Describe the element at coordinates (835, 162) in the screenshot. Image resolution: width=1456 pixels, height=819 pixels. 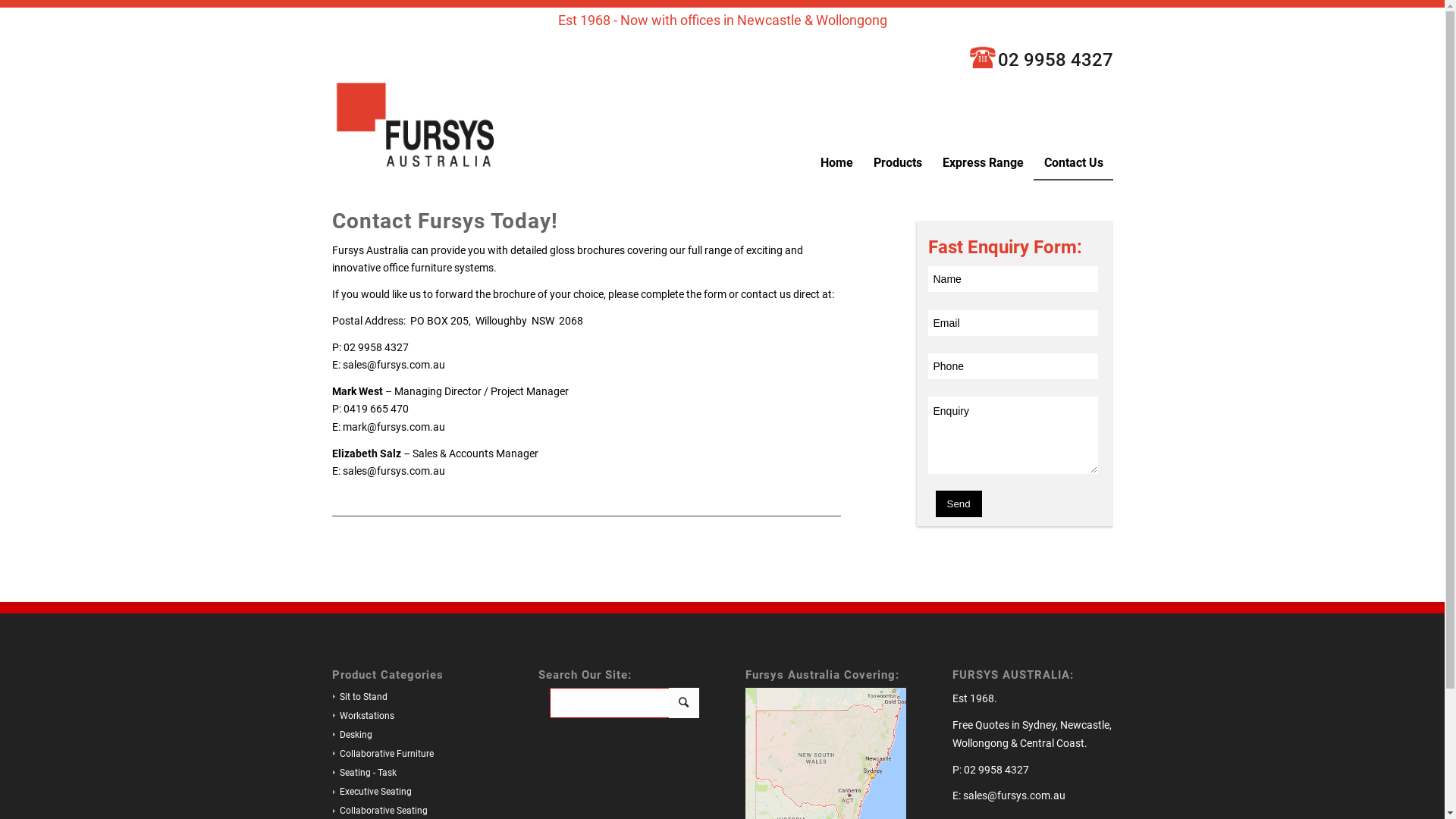
I see `'Home'` at that location.